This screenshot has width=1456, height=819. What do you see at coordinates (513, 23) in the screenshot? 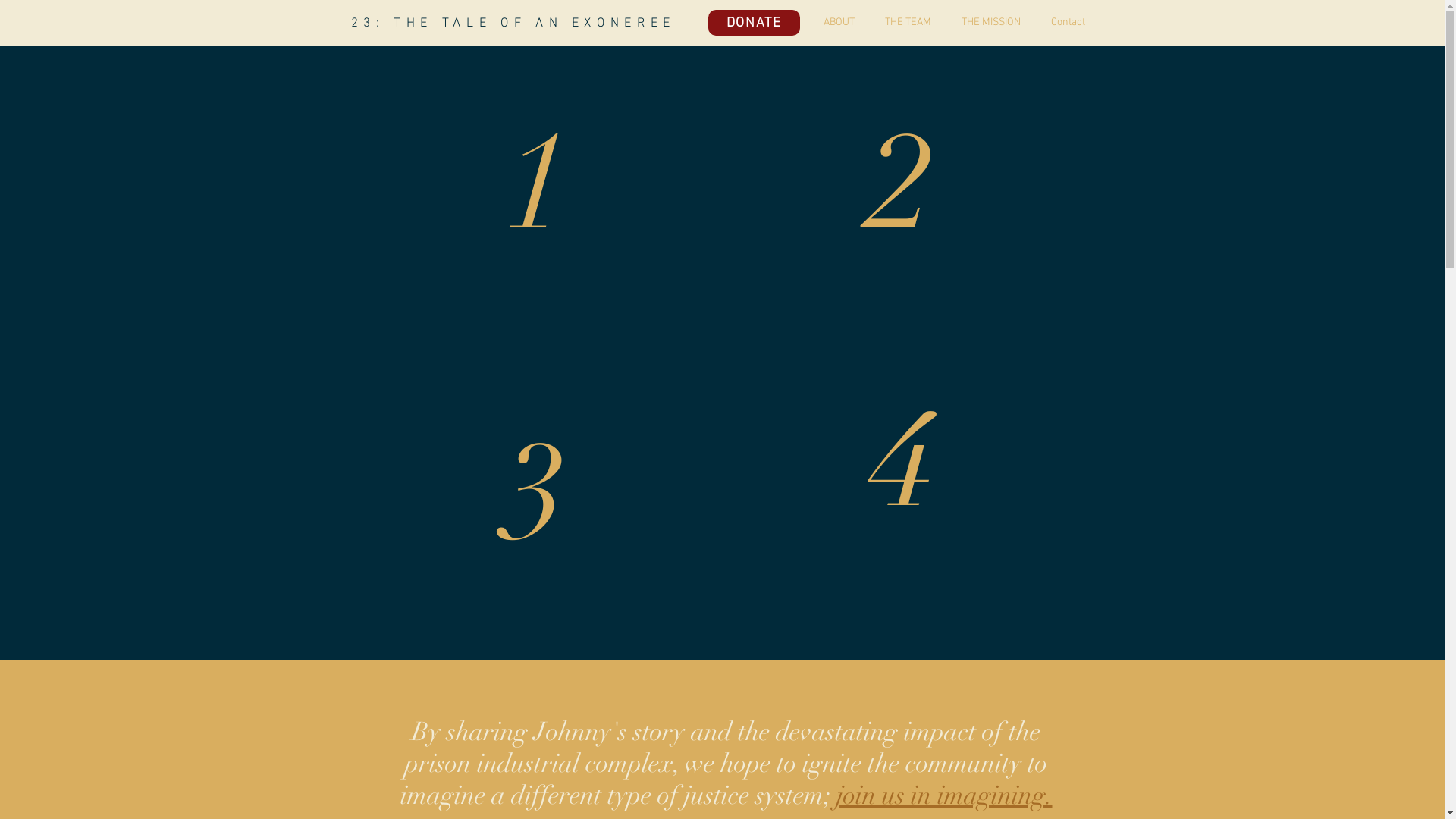
I see `'23: THE TALE OF AN EXONEREE'` at bounding box center [513, 23].